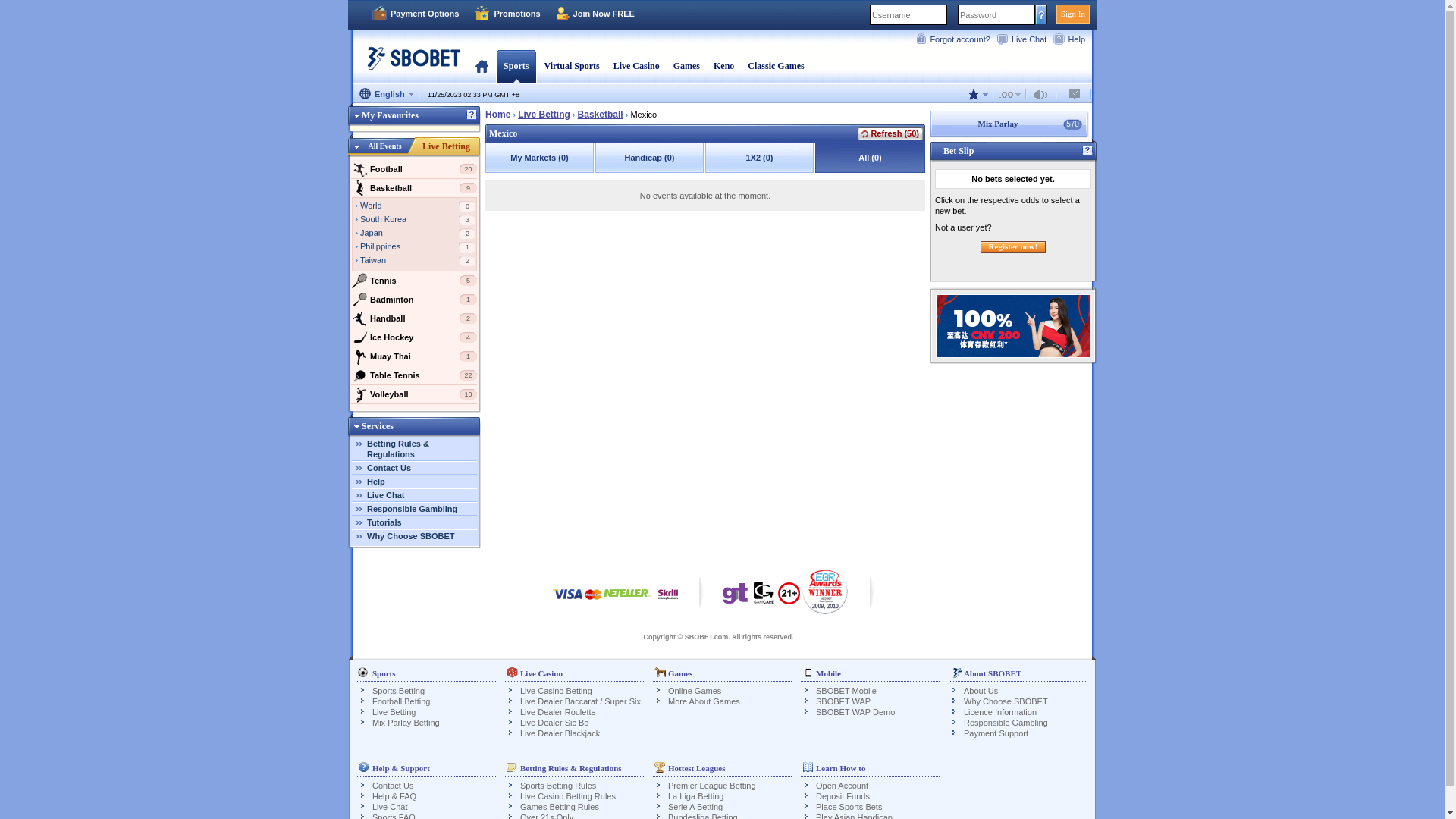 Image resolution: width=1456 pixels, height=819 pixels. I want to click on 'Live Dealer Roulette', so click(557, 711).